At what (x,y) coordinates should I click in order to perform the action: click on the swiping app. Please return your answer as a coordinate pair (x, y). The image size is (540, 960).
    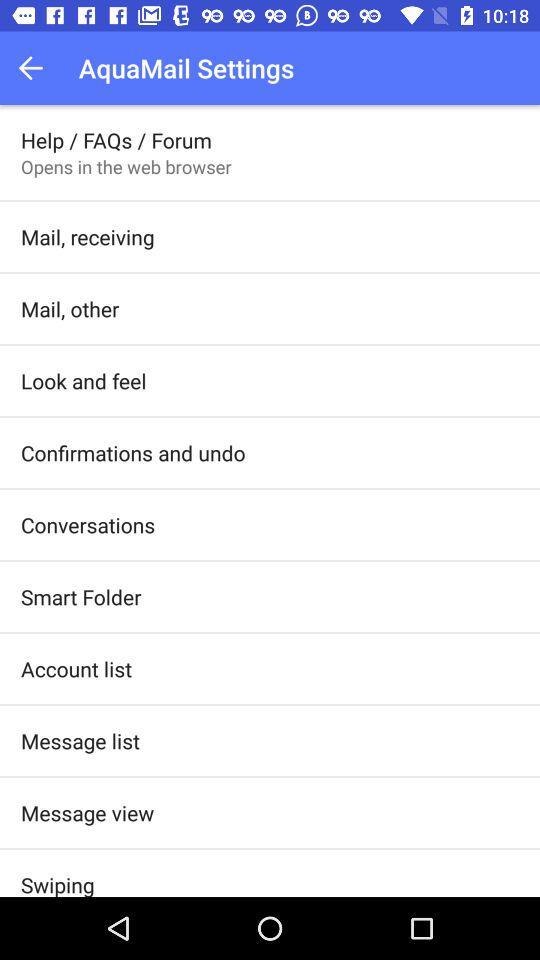
    Looking at the image, I should click on (57, 882).